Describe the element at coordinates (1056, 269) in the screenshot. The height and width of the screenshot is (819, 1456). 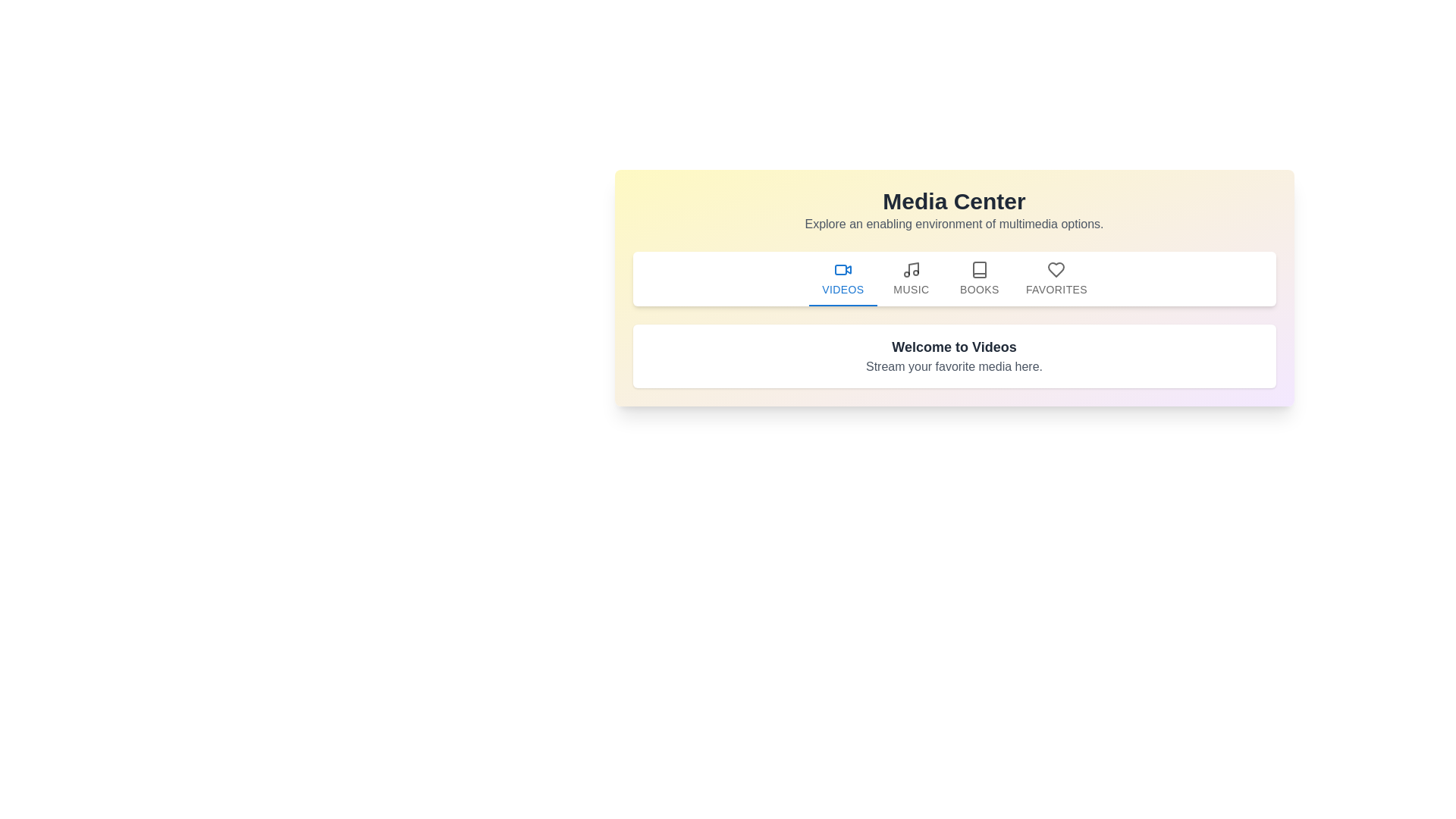
I see `the heart icon representing the 'Favorites' section located centrally within the tab group` at that location.